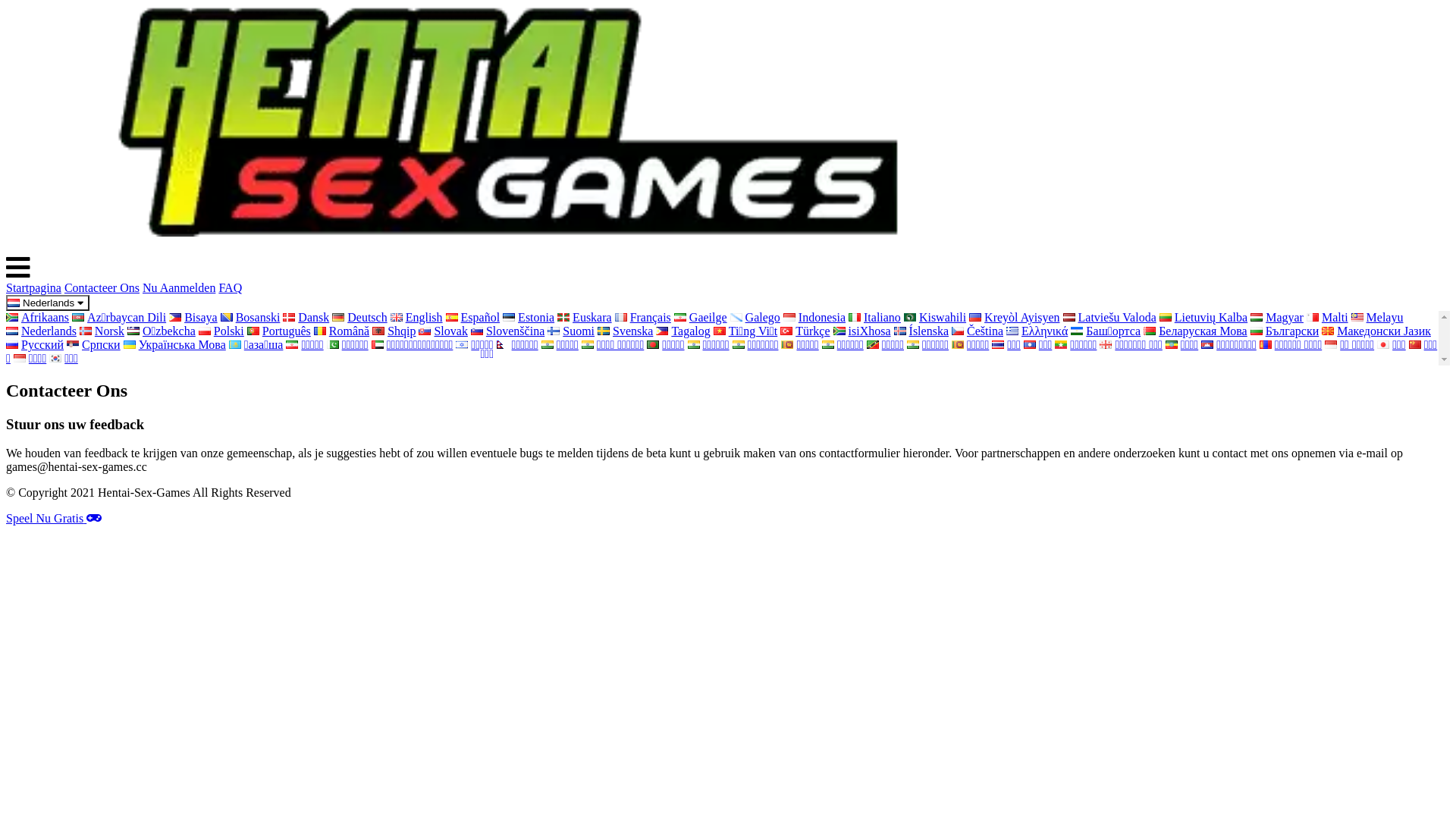 The image size is (1456, 819). Describe the element at coordinates (192, 316) in the screenshot. I see `'Bisaya'` at that location.